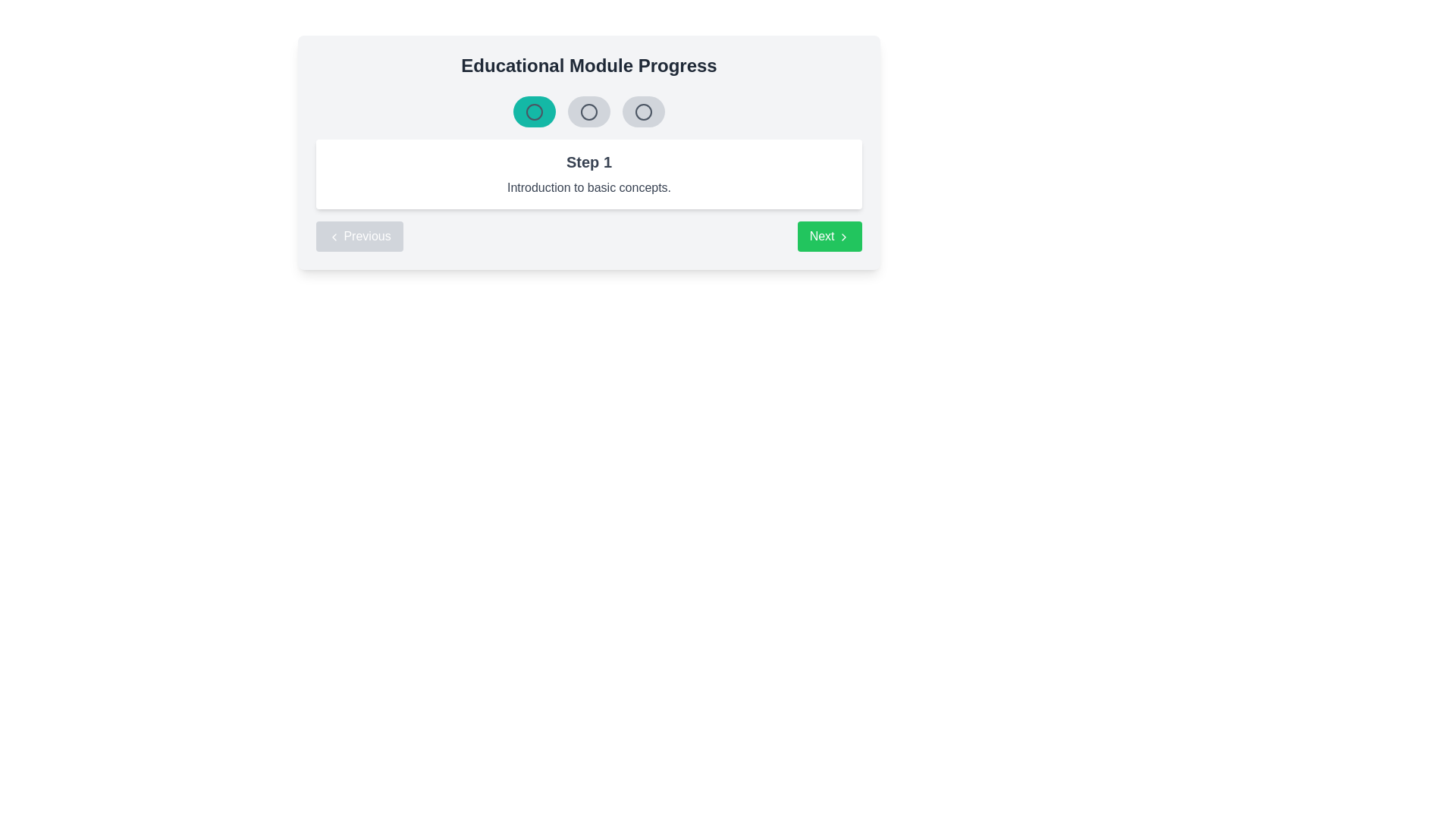  I want to click on the leftmost active circle of the Progress Step Indicator, which has a teal background and is located below the 'Educational Module Progress' title, so click(535, 111).